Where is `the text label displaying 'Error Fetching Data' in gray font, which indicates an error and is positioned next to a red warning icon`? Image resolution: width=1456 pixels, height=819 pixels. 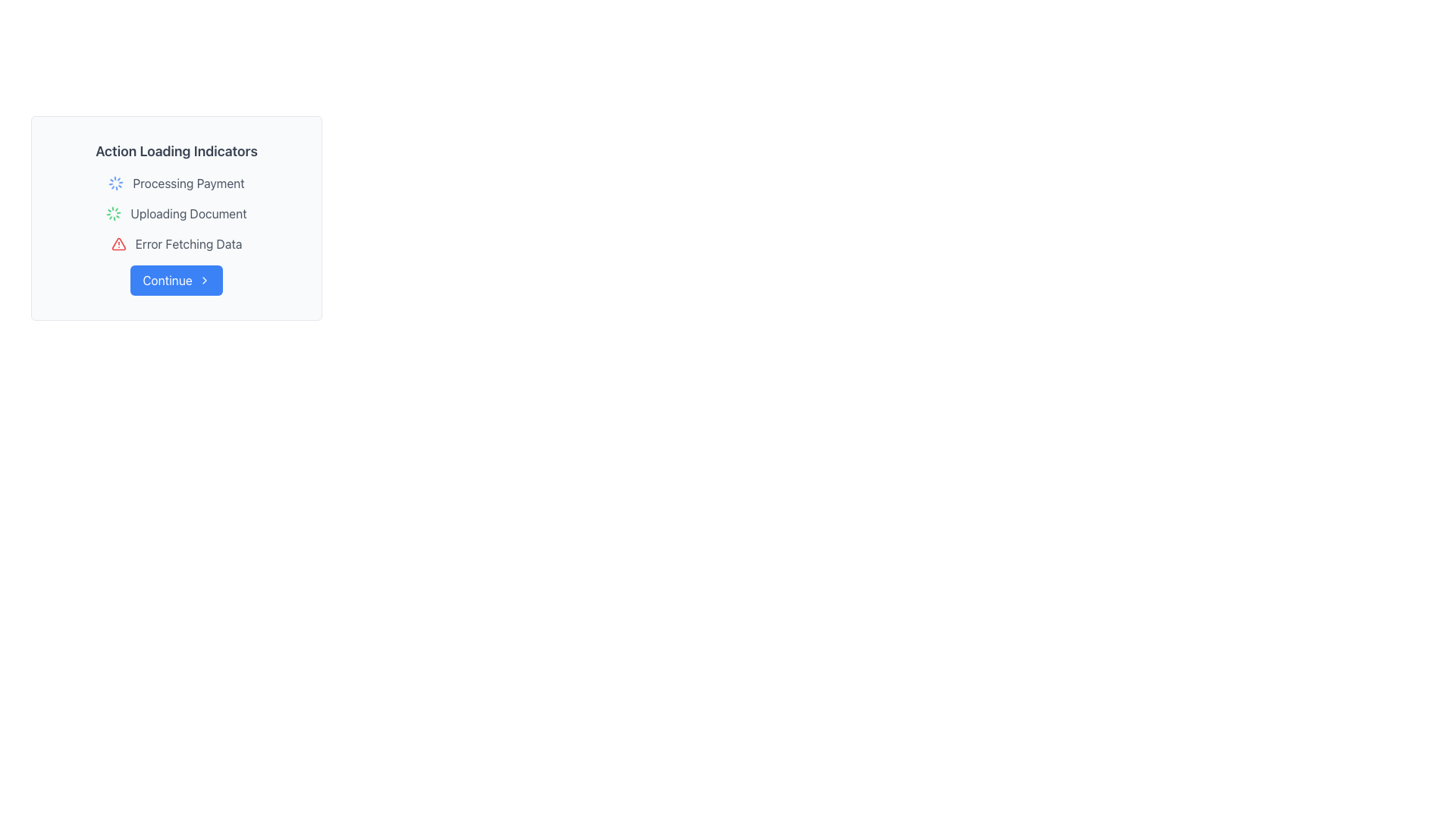
the text label displaying 'Error Fetching Data' in gray font, which indicates an error and is positioned next to a red warning icon is located at coordinates (188, 243).